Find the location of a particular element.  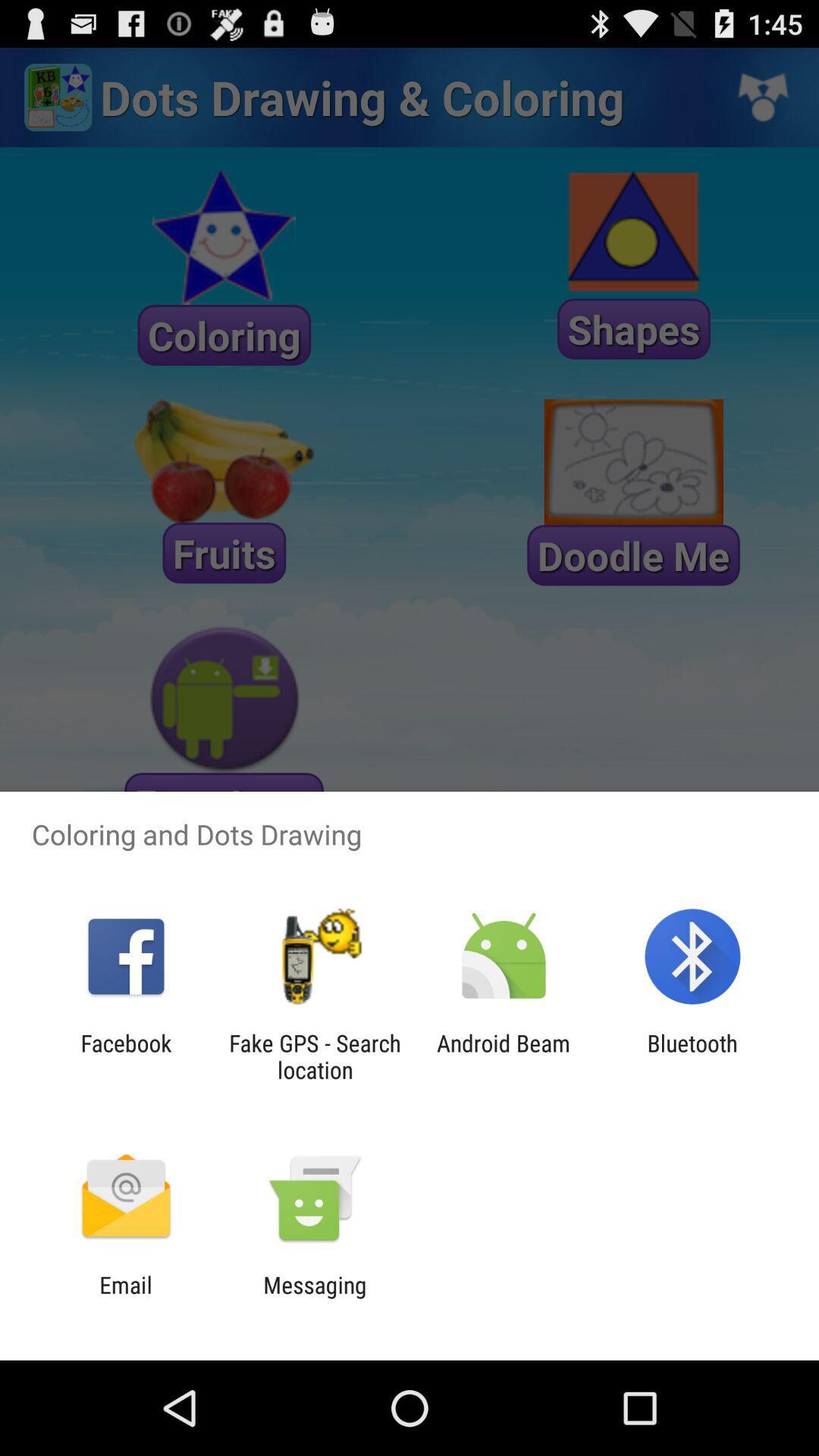

icon to the left of the messaging item is located at coordinates (125, 1298).